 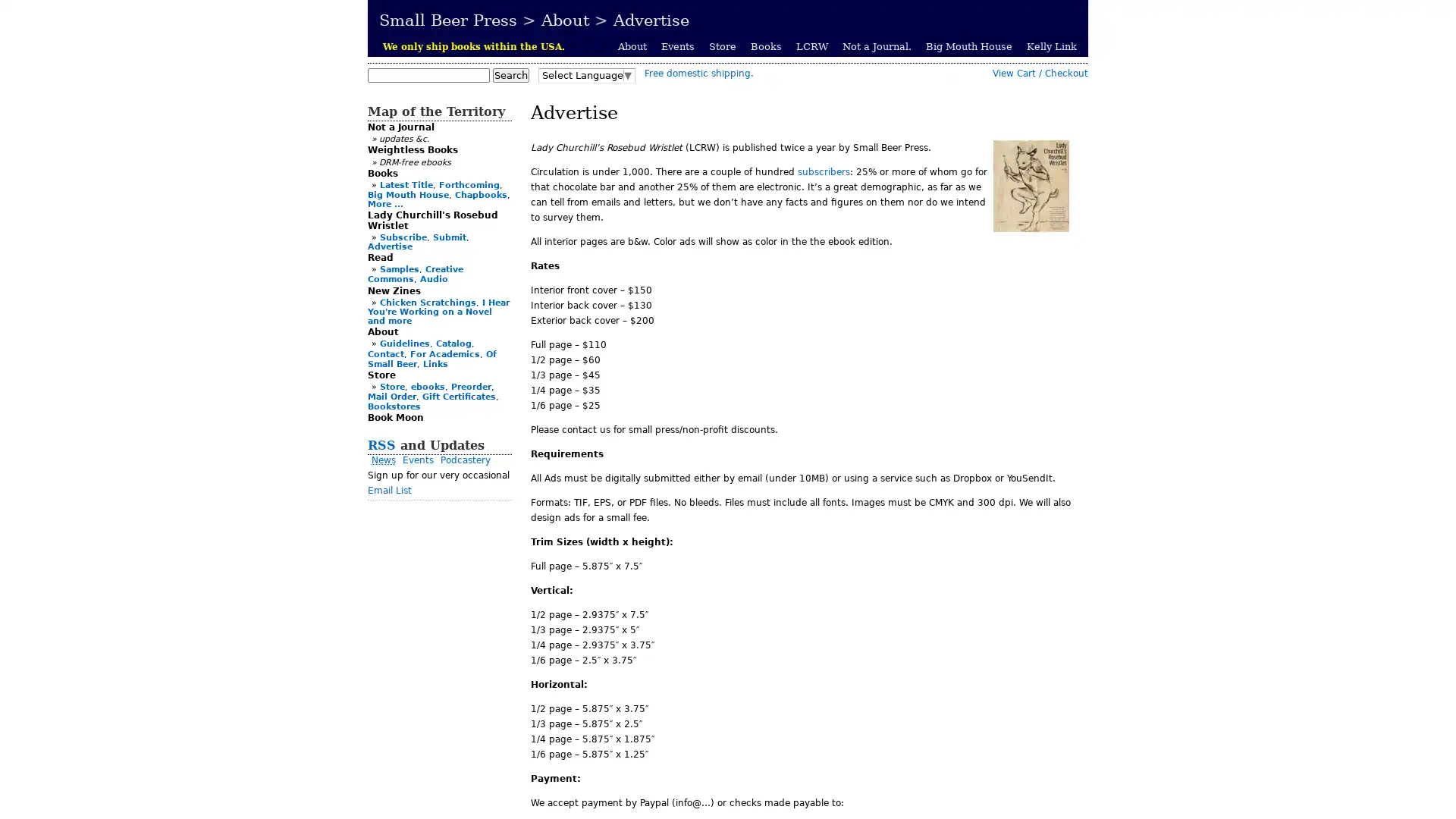 What do you see at coordinates (510, 75) in the screenshot?
I see `Search` at bounding box center [510, 75].